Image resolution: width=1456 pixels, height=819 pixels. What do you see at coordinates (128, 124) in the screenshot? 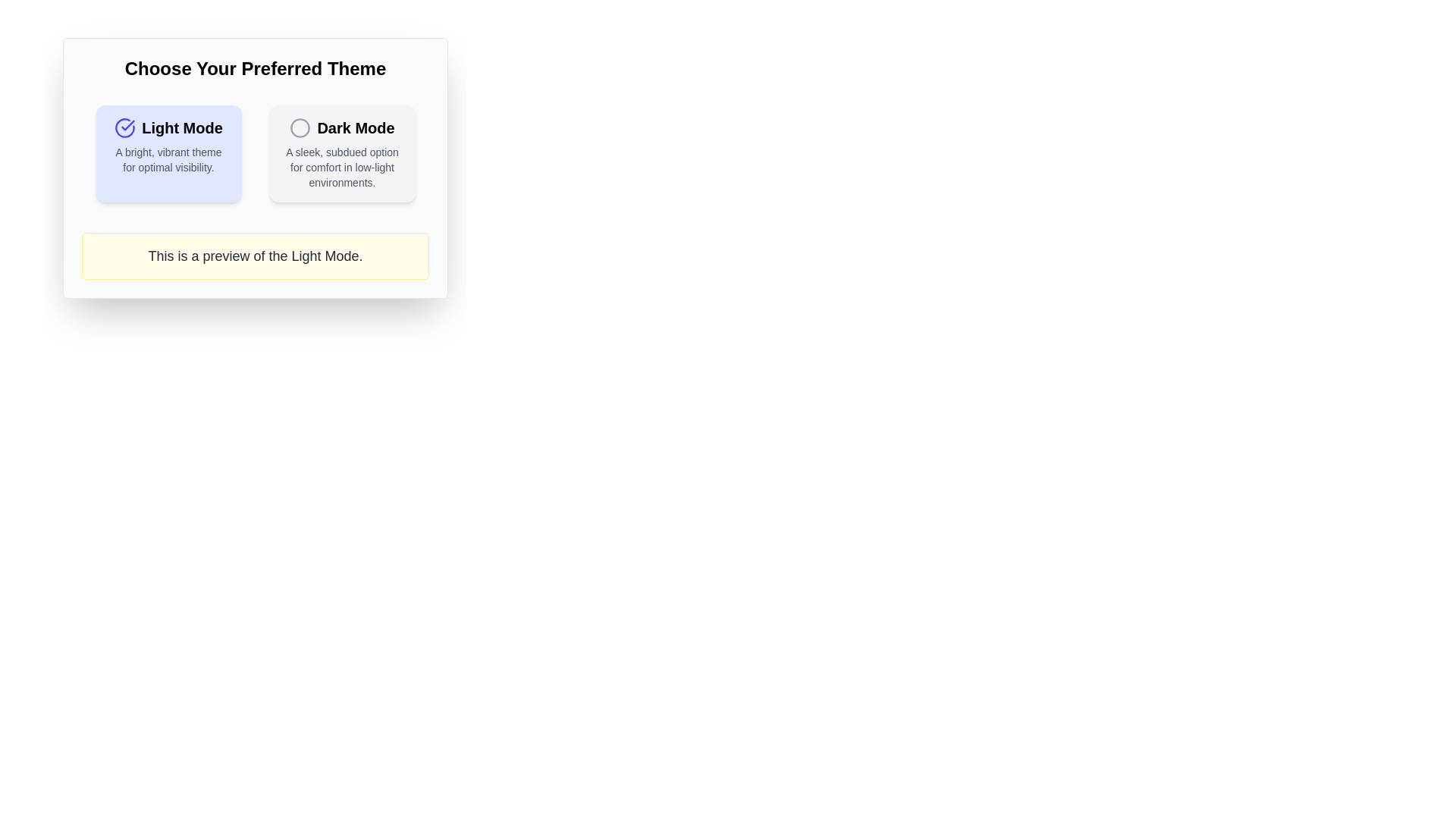
I see `the check mark icon within the SVG graphic that is part of the circle-check icon located to the left of the 'Light Mode' option` at bounding box center [128, 124].